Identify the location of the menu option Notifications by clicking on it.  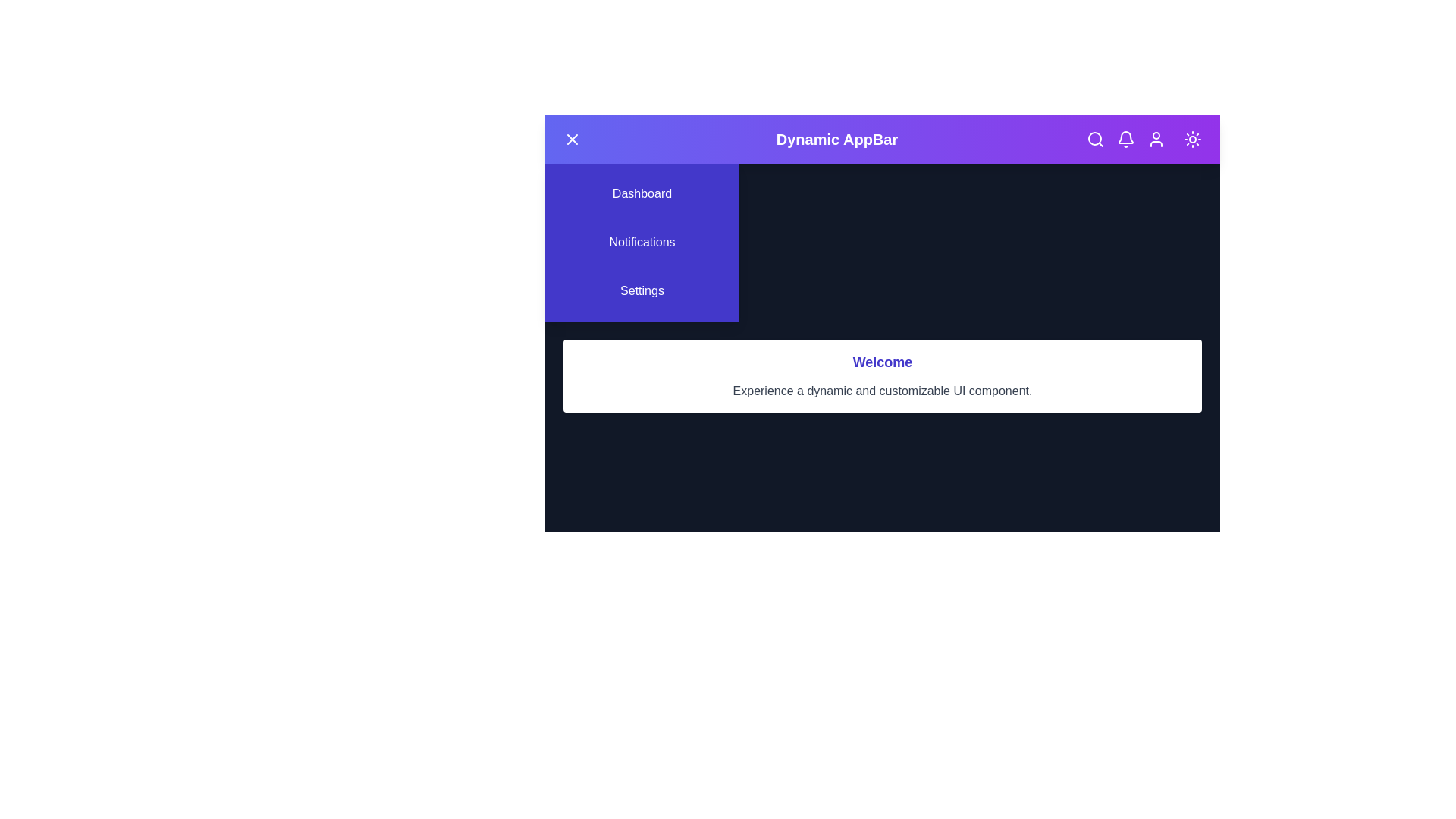
(642, 242).